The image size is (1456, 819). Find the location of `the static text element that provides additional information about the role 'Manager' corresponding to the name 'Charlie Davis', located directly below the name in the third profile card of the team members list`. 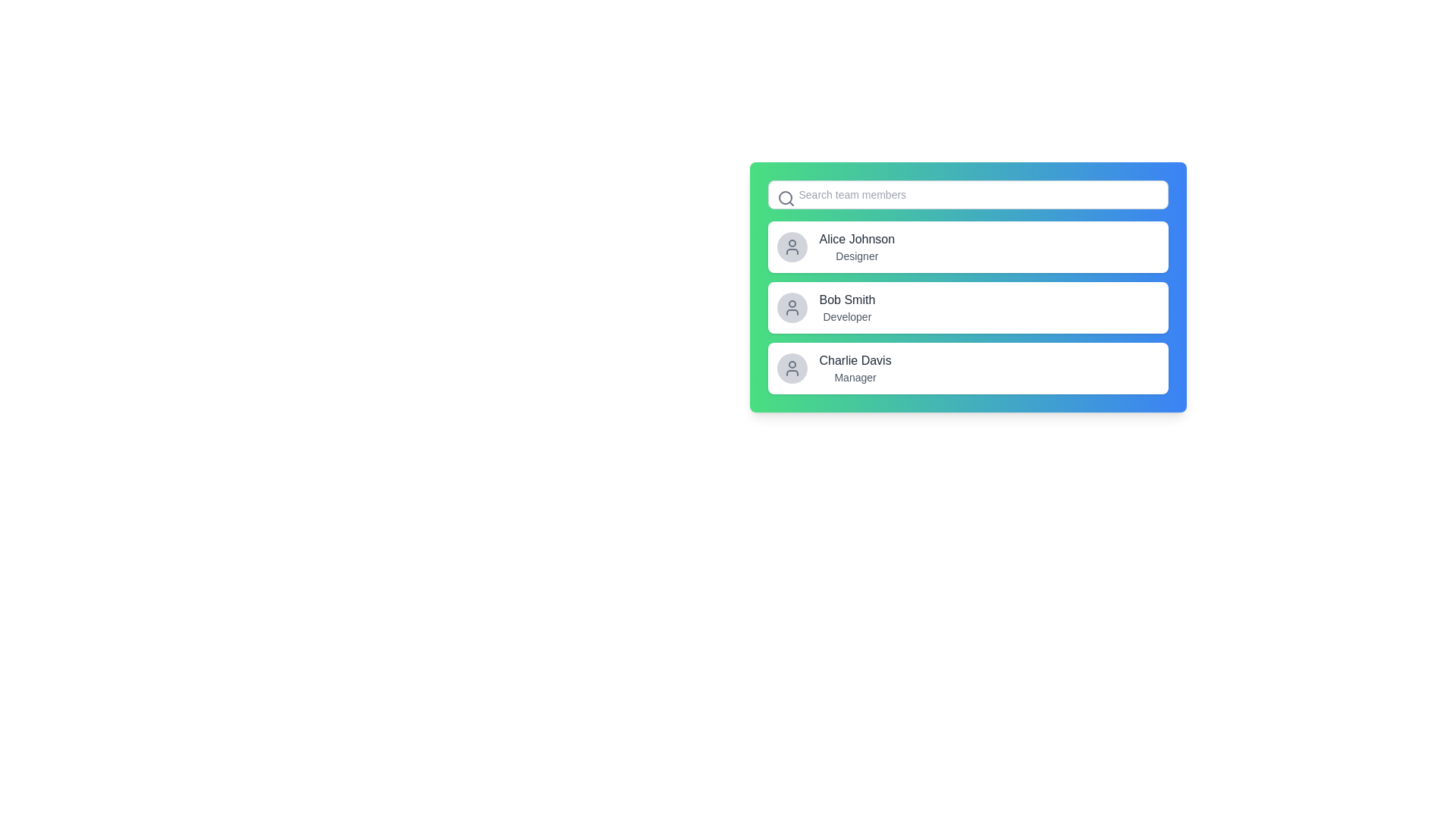

the static text element that provides additional information about the role 'Manager' corresponding to the name 'Charlie Davis', located directly below the name in the third profile card of the team members list is located at coordinates (855, 376).